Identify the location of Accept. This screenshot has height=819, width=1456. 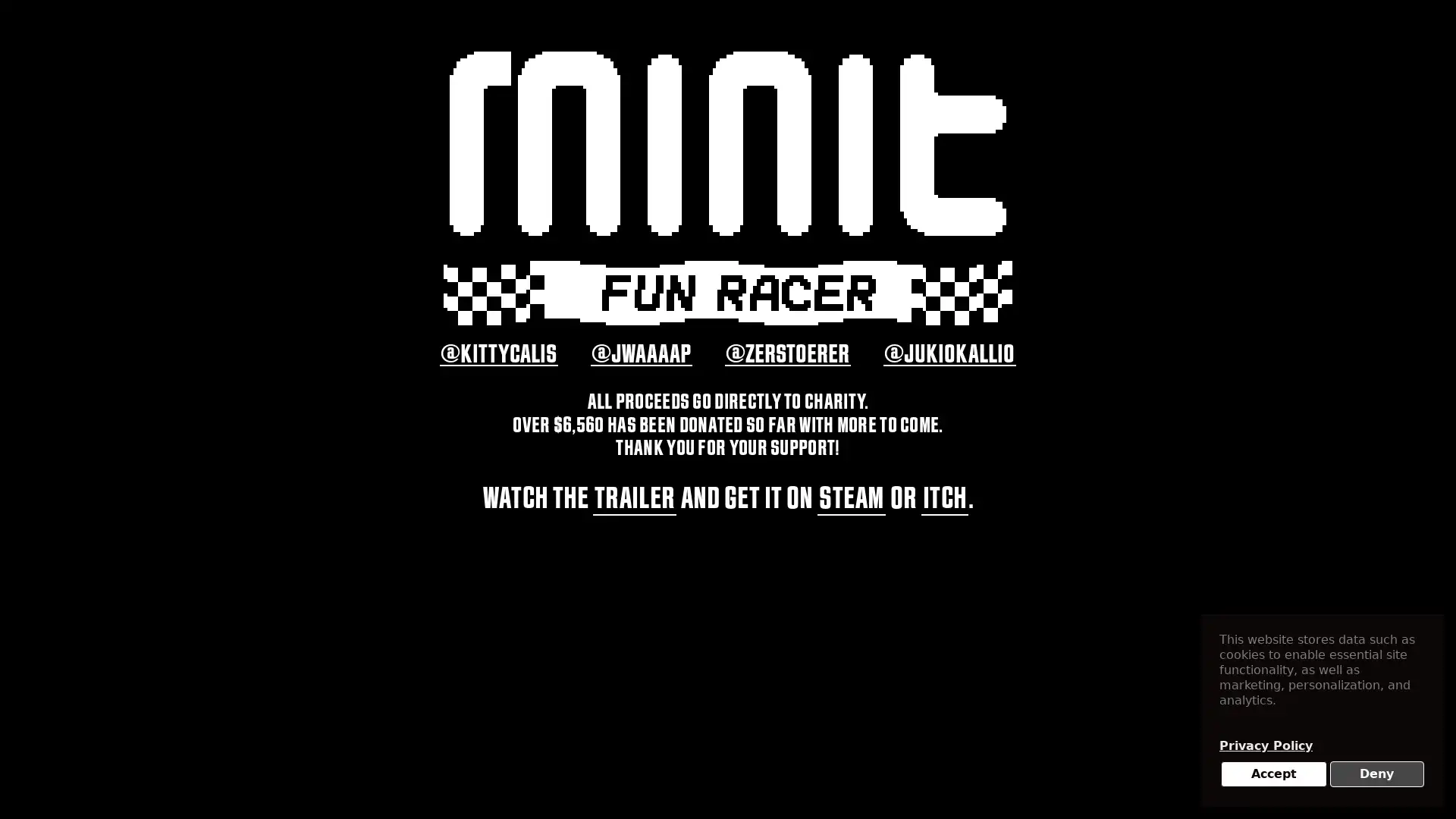
(1273, 774).